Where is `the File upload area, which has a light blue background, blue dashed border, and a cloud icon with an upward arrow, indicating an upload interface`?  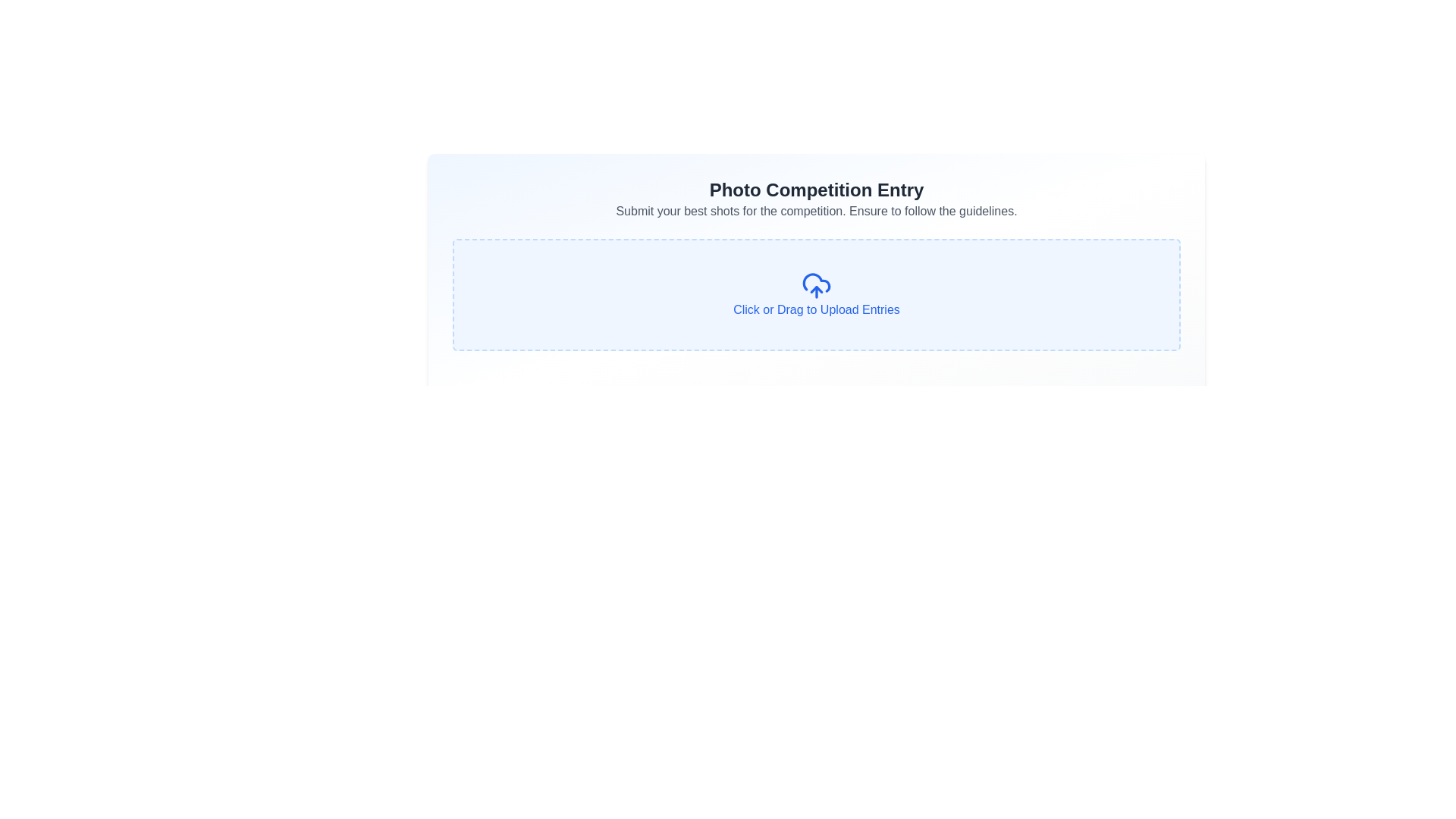
the File upload area, which has a light blue background, blue dashed border, and a cloud icon with an upward arrow, indicating an upload interface is located at coordinates (815, 295).